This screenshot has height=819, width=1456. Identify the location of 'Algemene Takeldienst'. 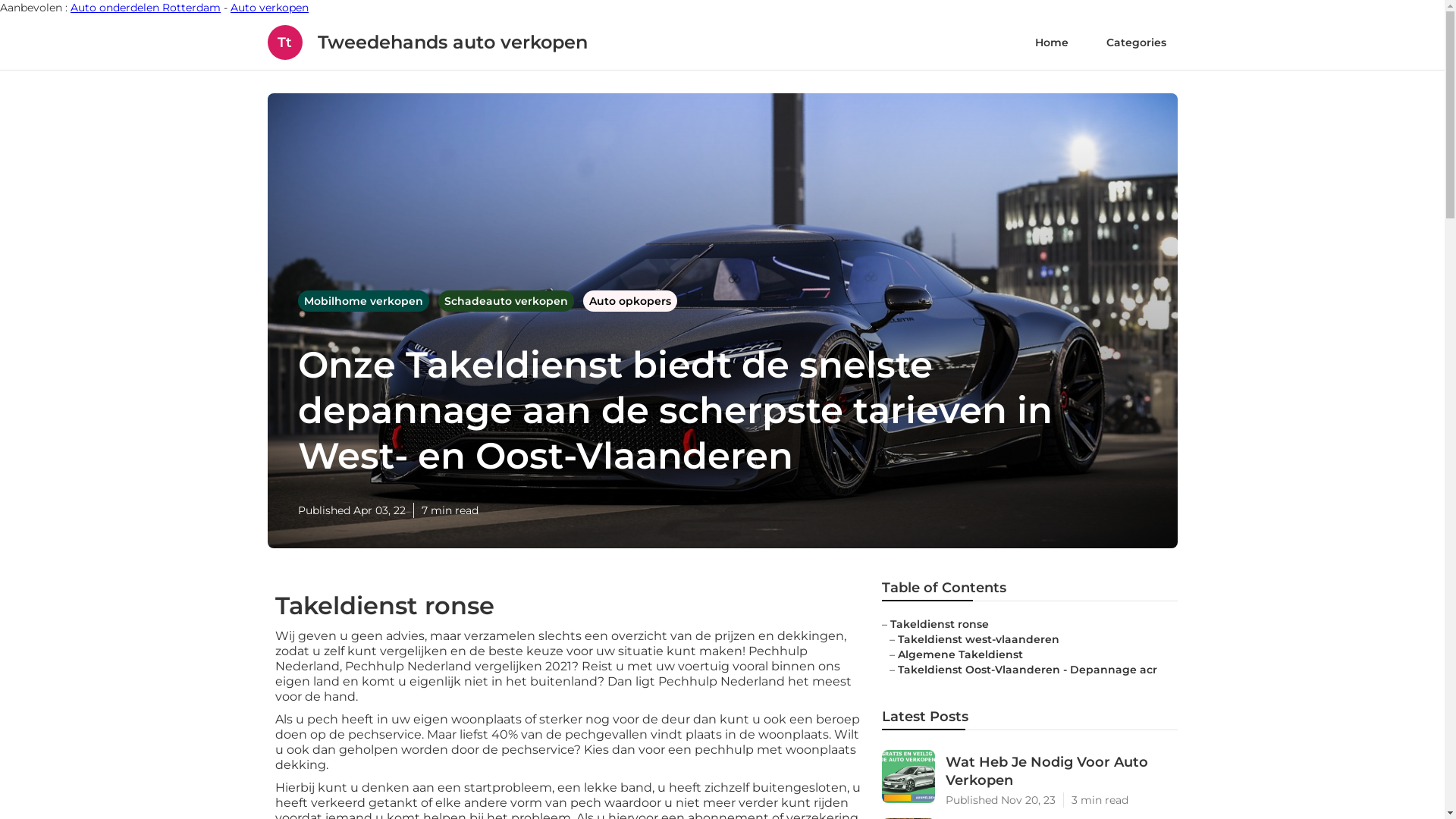
(959, 654).